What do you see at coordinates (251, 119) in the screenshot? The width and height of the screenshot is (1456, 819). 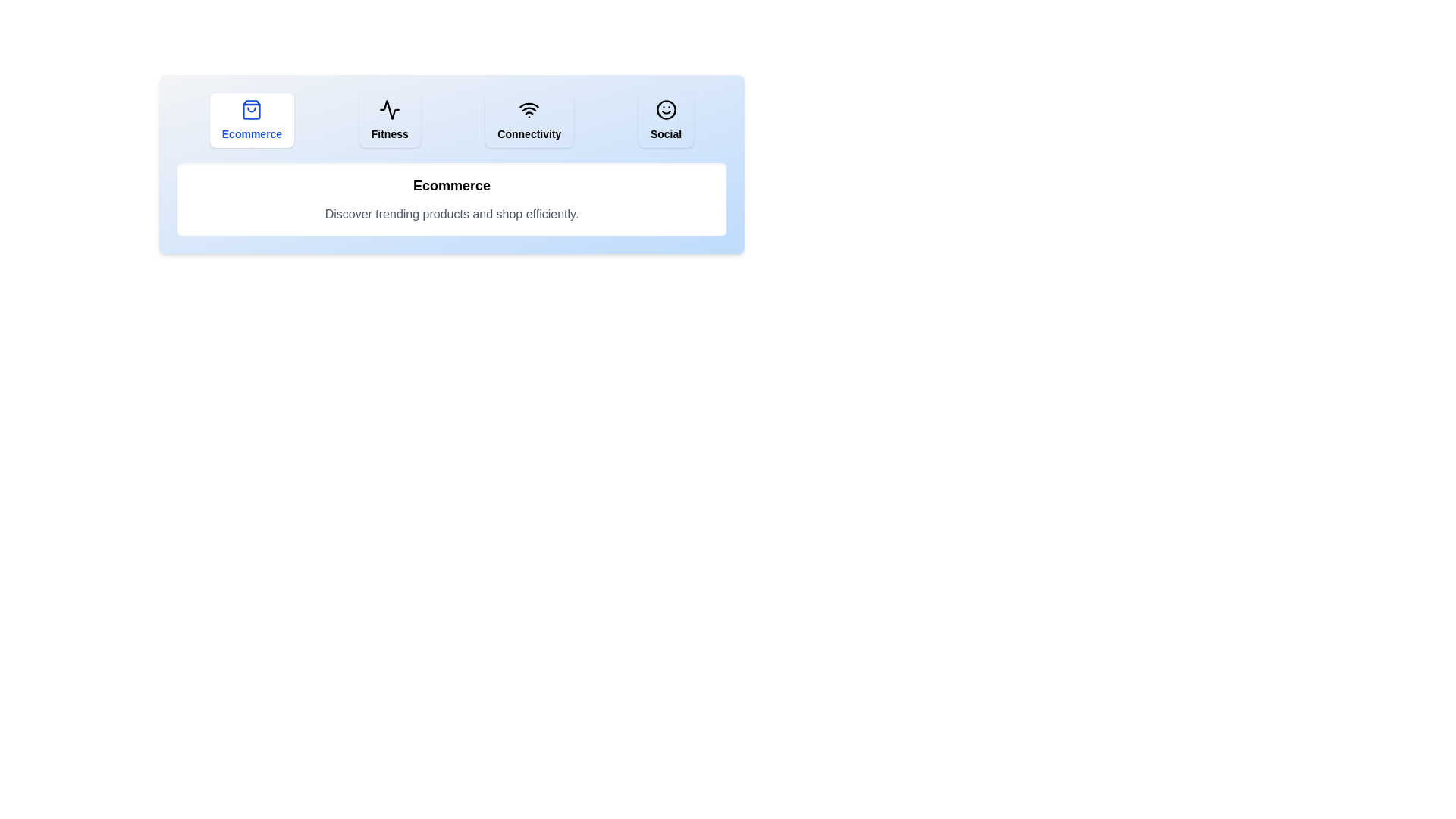 I see `the Ecommerce tab to navigate to its content` at bounding box center [251, 119].